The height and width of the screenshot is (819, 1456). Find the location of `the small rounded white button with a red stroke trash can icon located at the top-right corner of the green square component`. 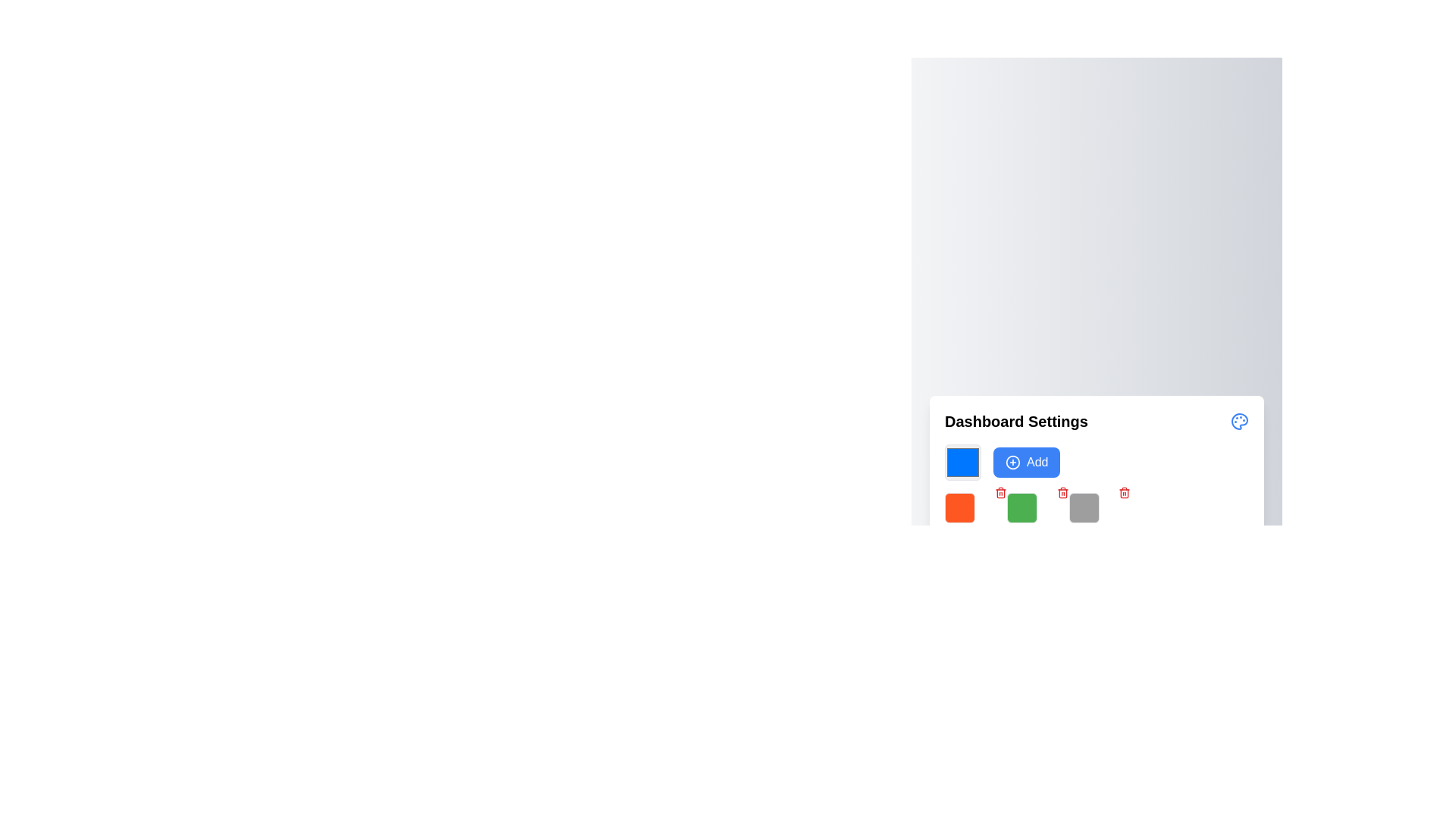

the small rounded white button with a red stroke trash can icon located at the top-right corner of the green square component is located at coordinates (1062, 493).